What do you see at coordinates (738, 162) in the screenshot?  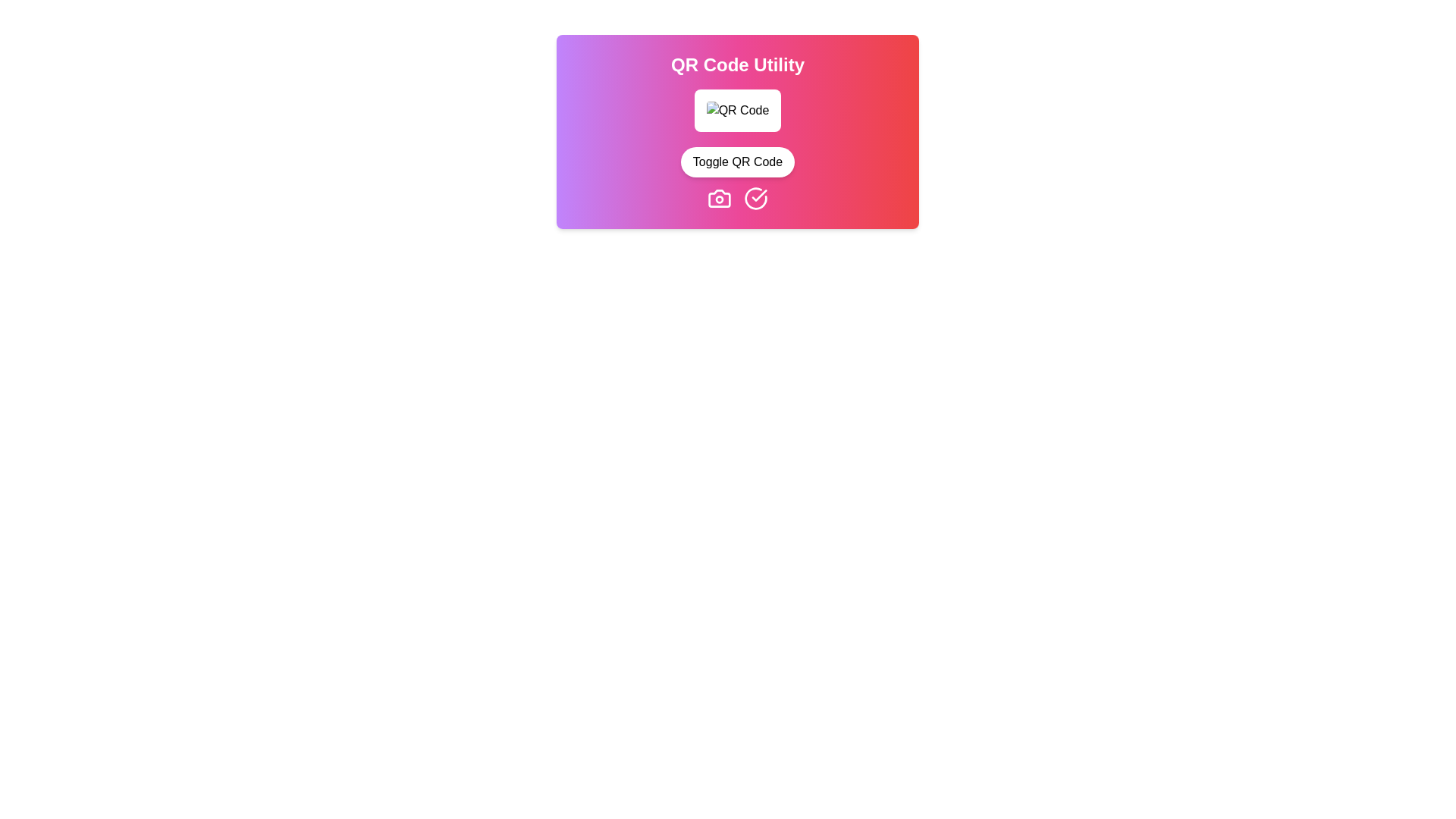 I see `the 'Toggle QR Code' button, which has a white background and rounded corners` at bounding box center [738, 162].